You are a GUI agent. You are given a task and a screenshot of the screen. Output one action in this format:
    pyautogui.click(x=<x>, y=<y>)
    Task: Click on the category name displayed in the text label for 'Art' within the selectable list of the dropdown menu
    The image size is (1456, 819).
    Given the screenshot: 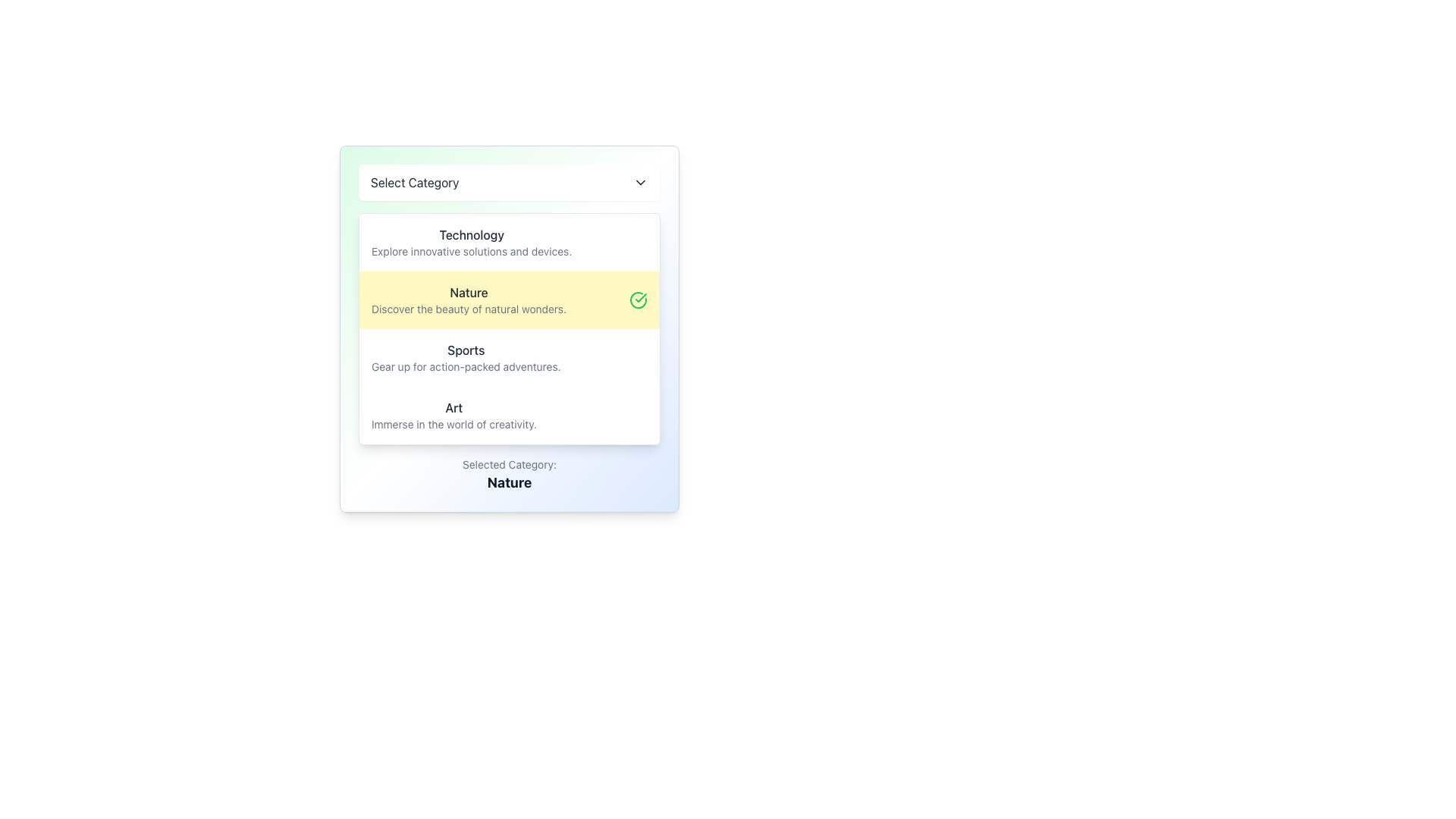 What is the action you would take?
    pyautogui.click(x=453, y=406)
    